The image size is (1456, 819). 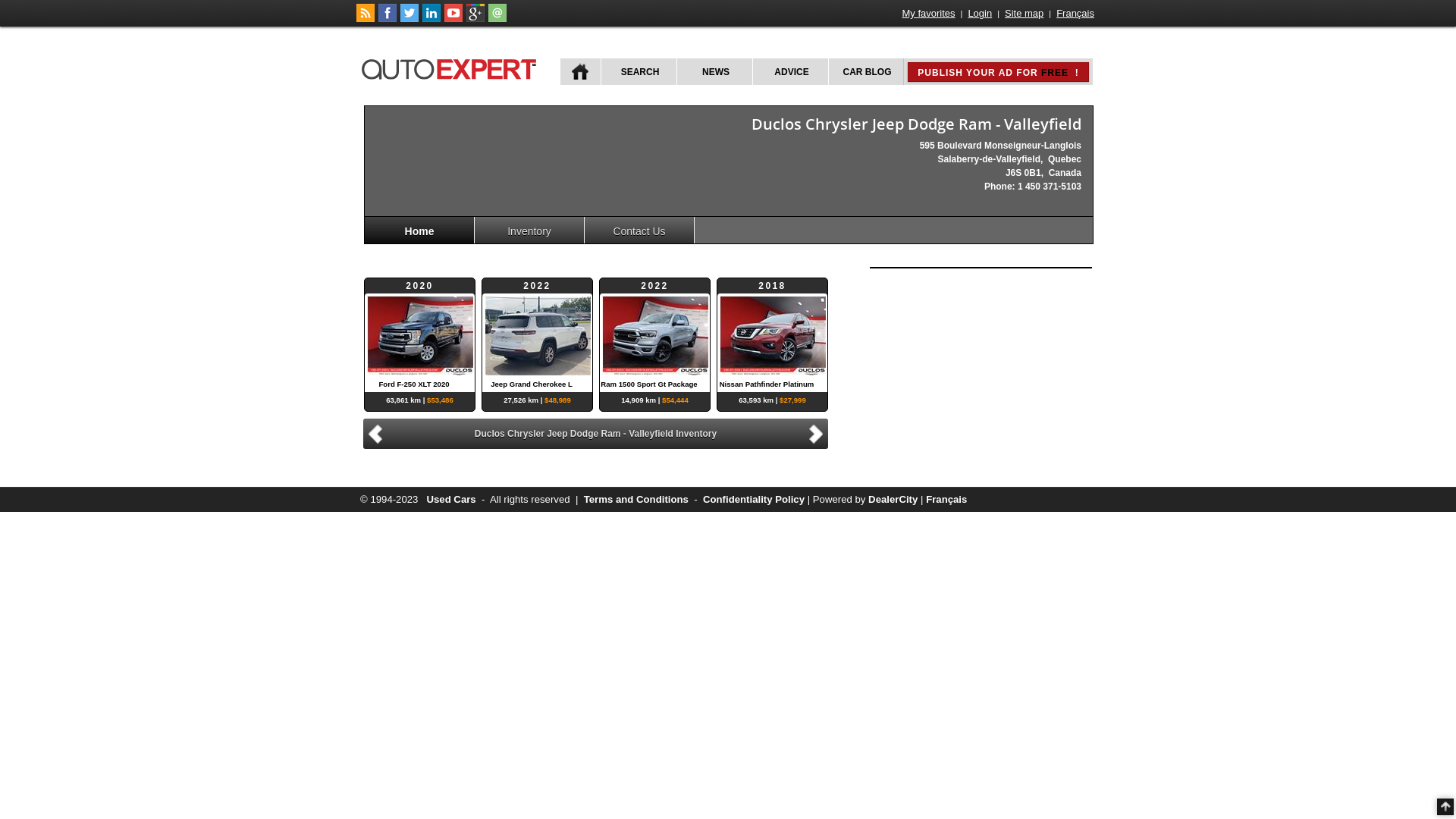 I want to click on 'Home', so click(x=419, y=230).